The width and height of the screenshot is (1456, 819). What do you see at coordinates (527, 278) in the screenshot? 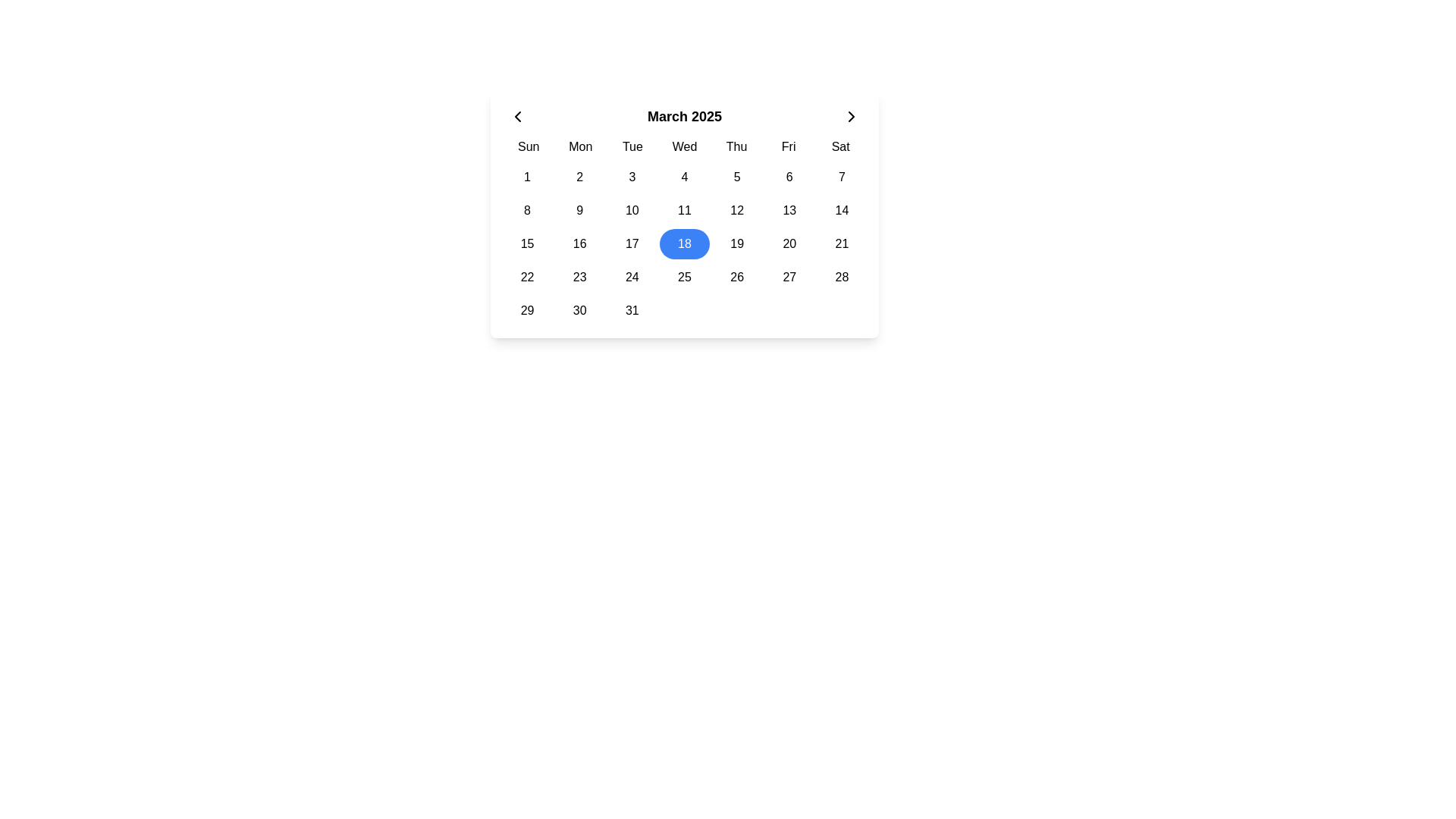
I see `the button displaying '22' in black text on a white background to trigger the hover effect with a blue background` at bounding box center [527, 278].